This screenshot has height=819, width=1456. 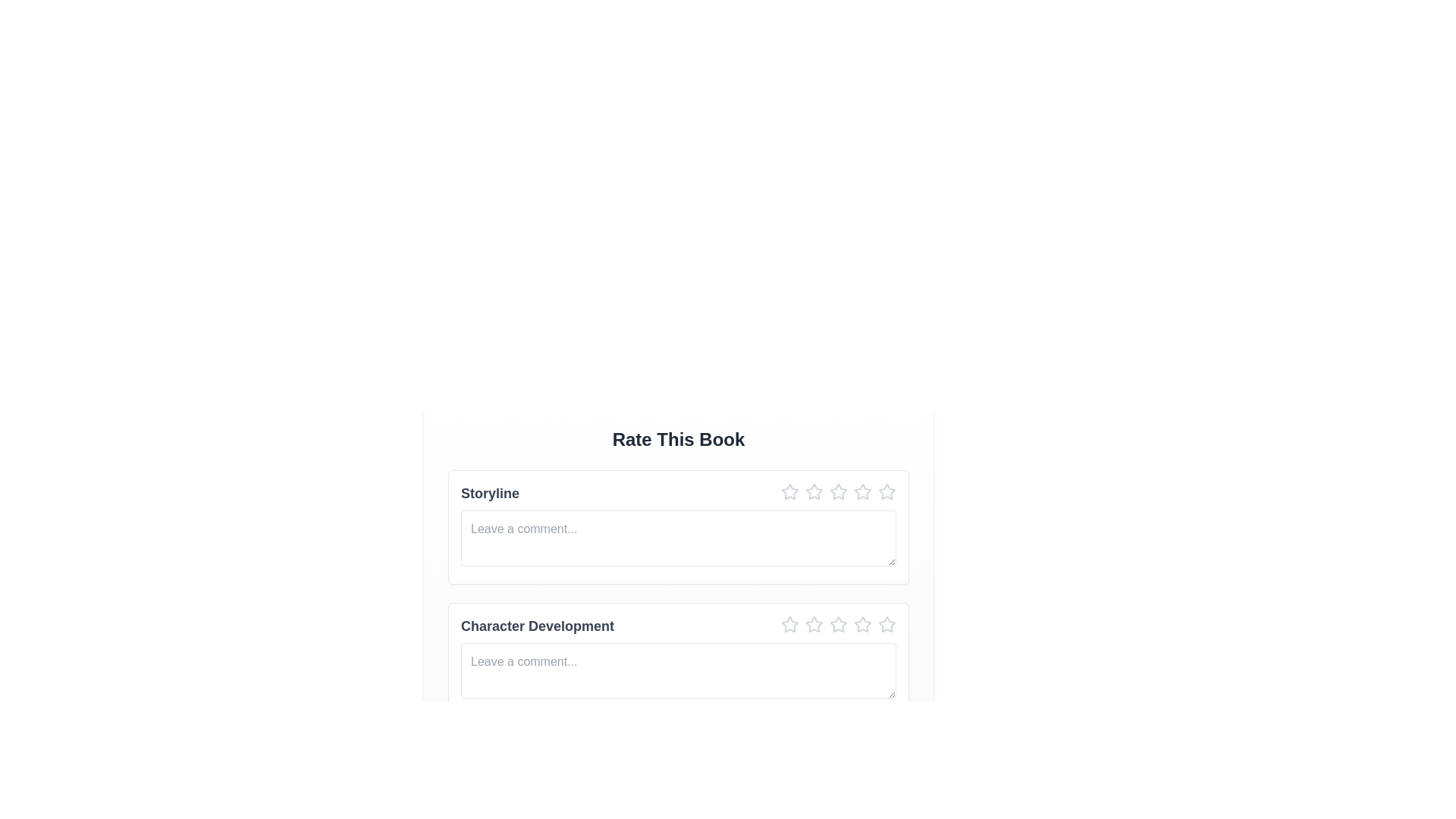 I want to click on the Static Text Label reading 'Character Development', which is styled in bold dark gray and positioned above a comment box and below 'Storyline', so click(x=538, y=626).